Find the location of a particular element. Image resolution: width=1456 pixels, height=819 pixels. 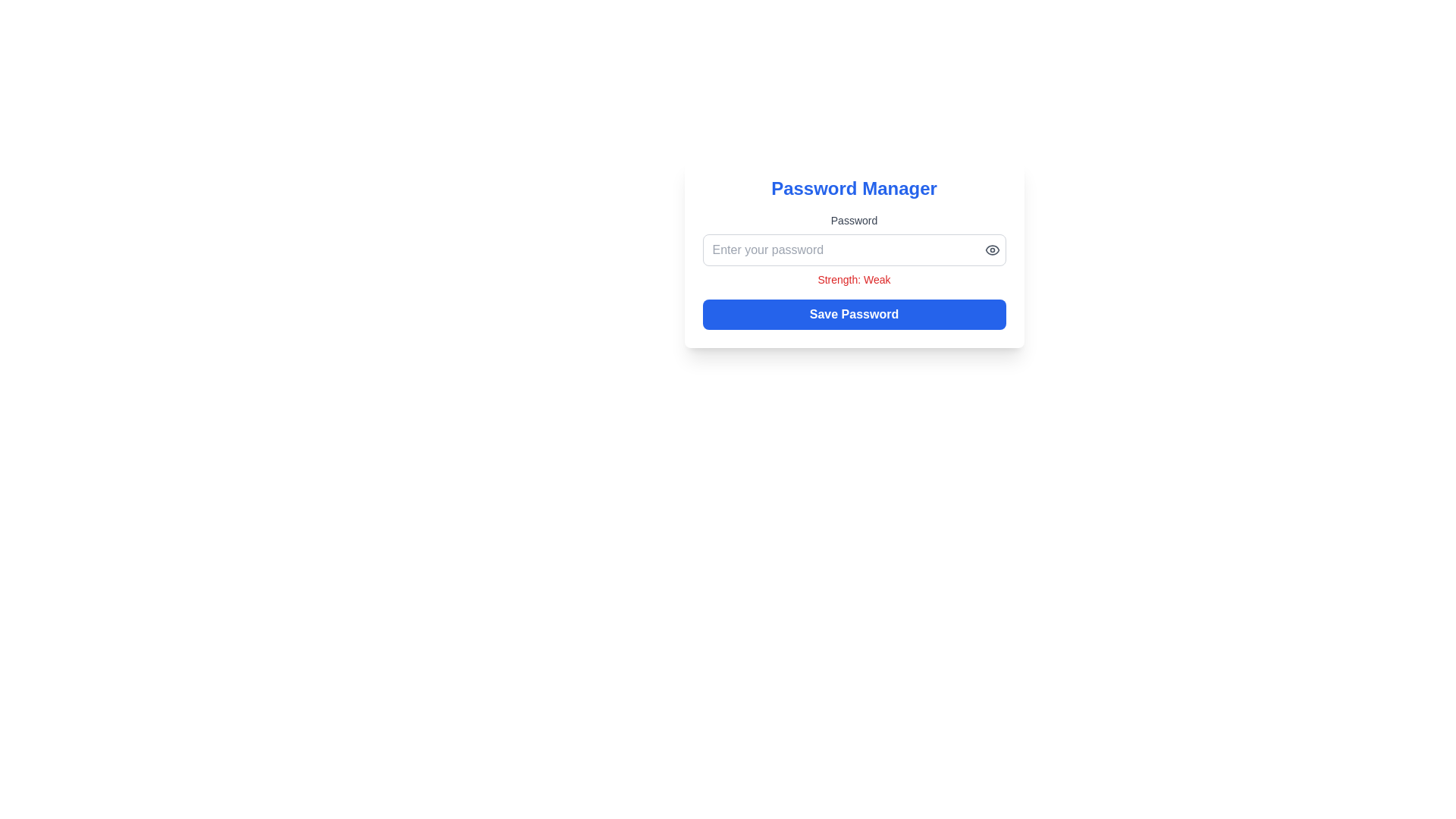

the 'Password' text label, which is styled with a small font size and medium weight, and is positioned above the password input field within the form interface is located at coordinates (854, 220).